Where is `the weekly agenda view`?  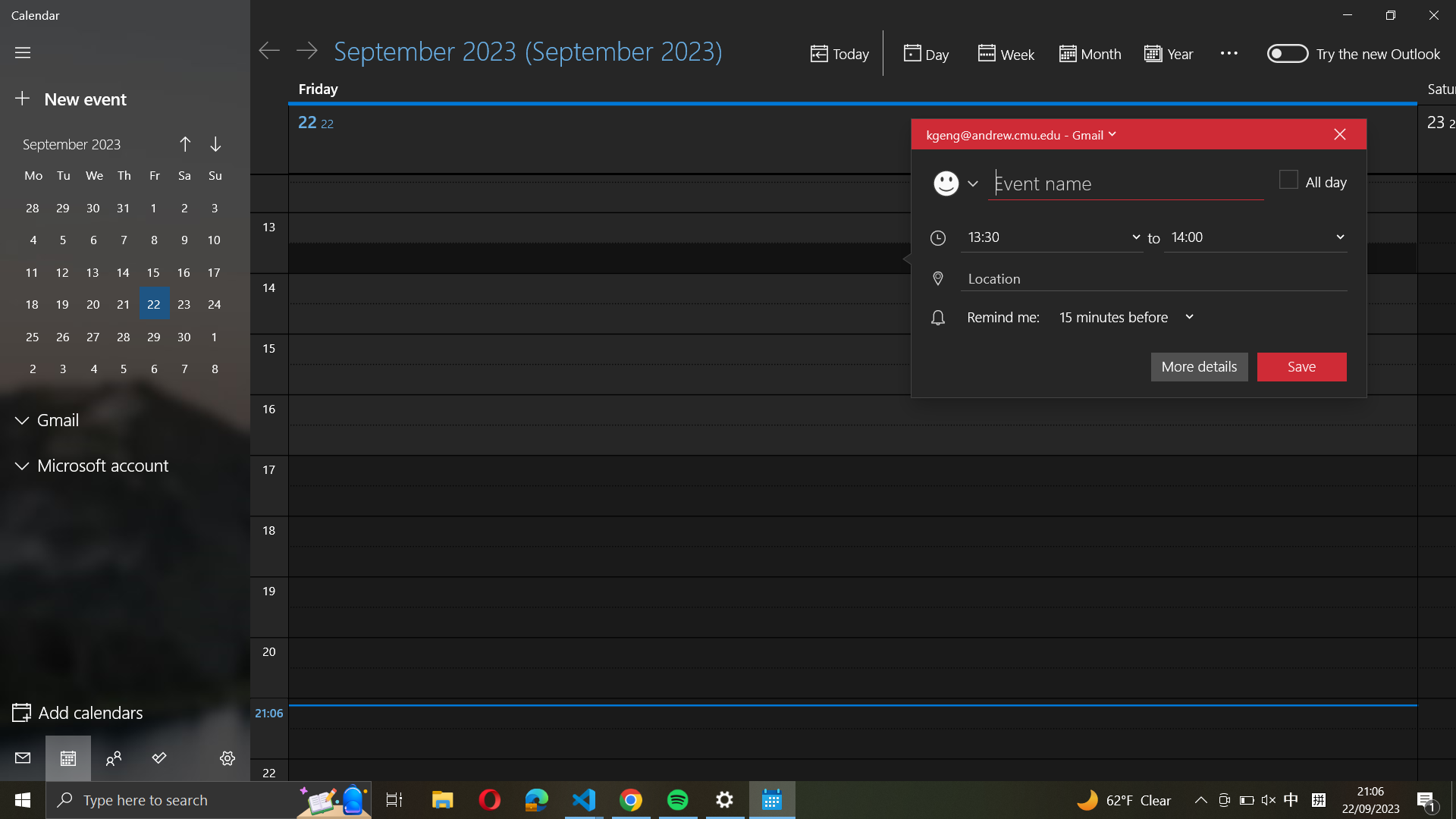 the weekly agenda view is located at coordinates (1004, 53).